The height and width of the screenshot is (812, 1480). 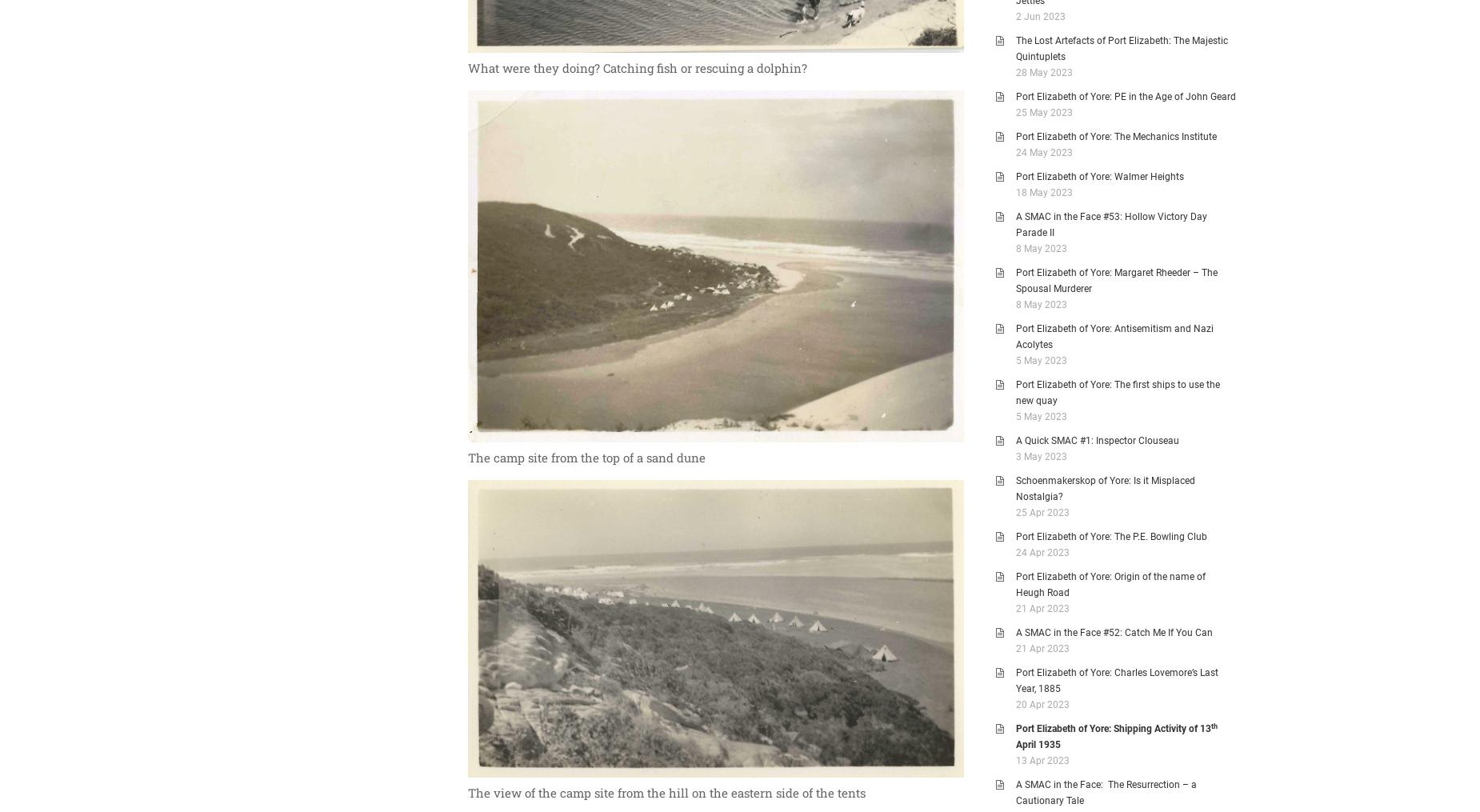 I want to click on '25 May 2023', so click(x=1043, y=112).